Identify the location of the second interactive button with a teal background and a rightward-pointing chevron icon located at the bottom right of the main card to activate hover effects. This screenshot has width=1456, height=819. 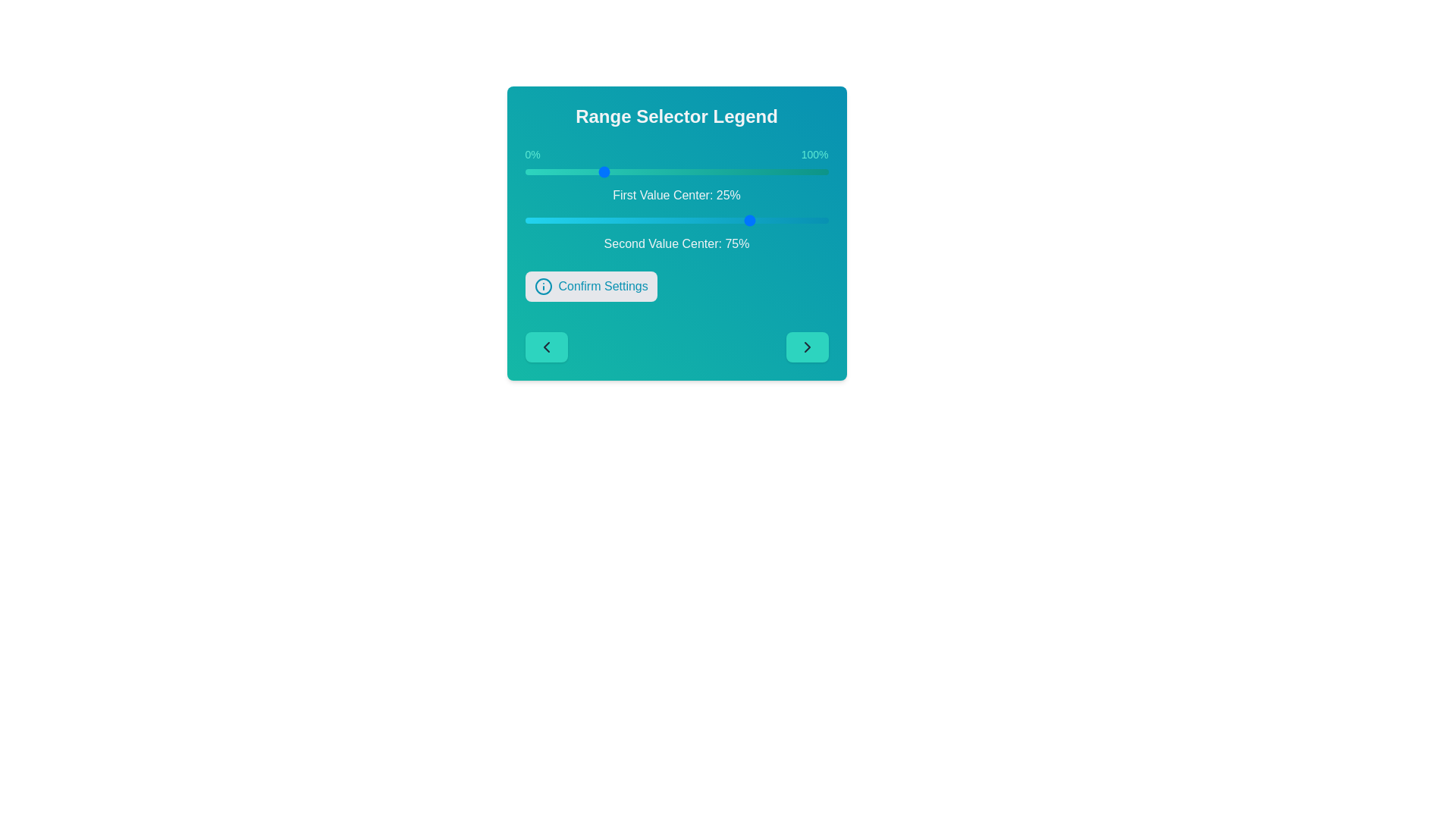
(806, 347).